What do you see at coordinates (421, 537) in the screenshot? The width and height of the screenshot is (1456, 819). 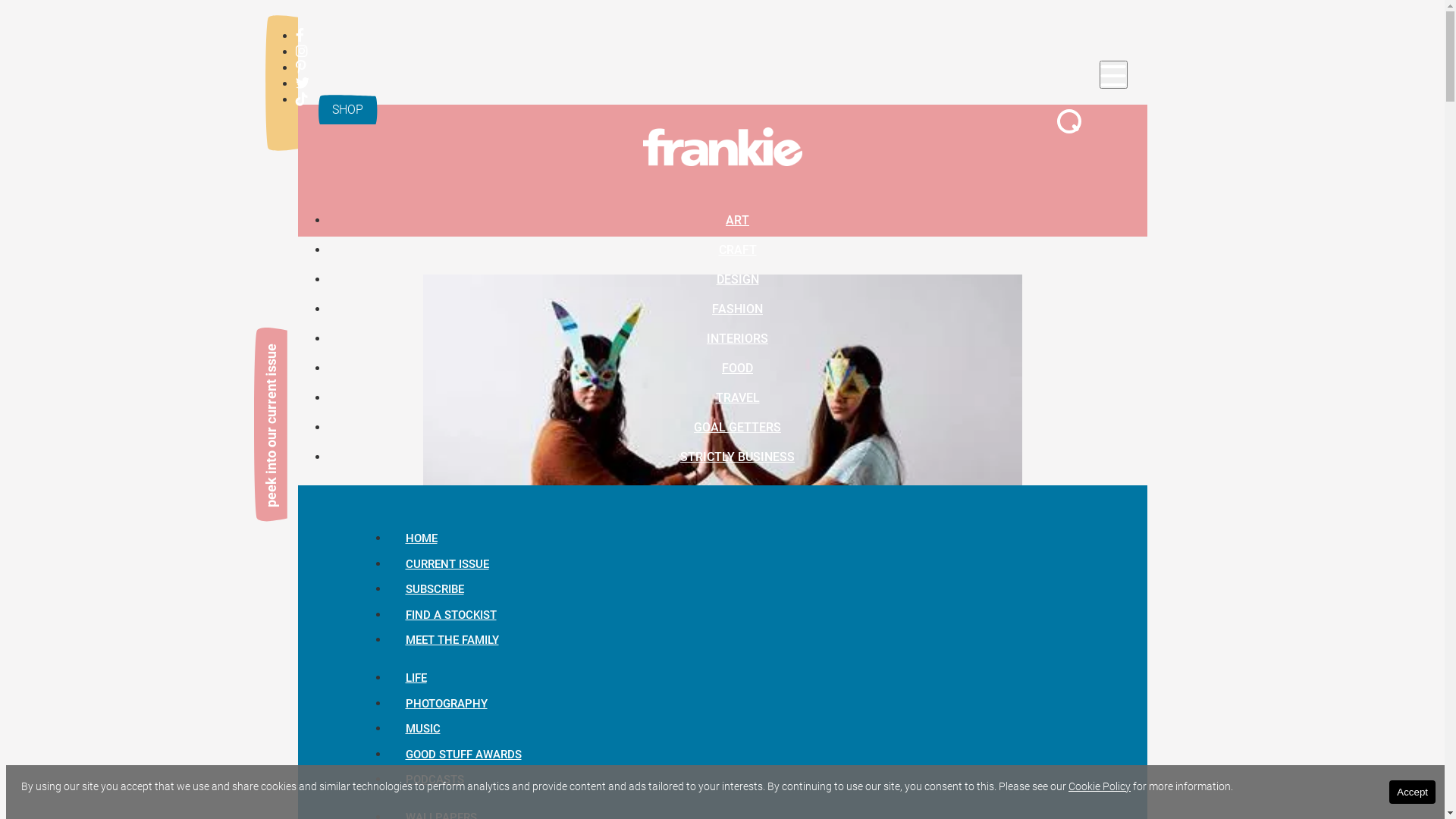 I see `'HOME'` at bounding box center [421, 537].